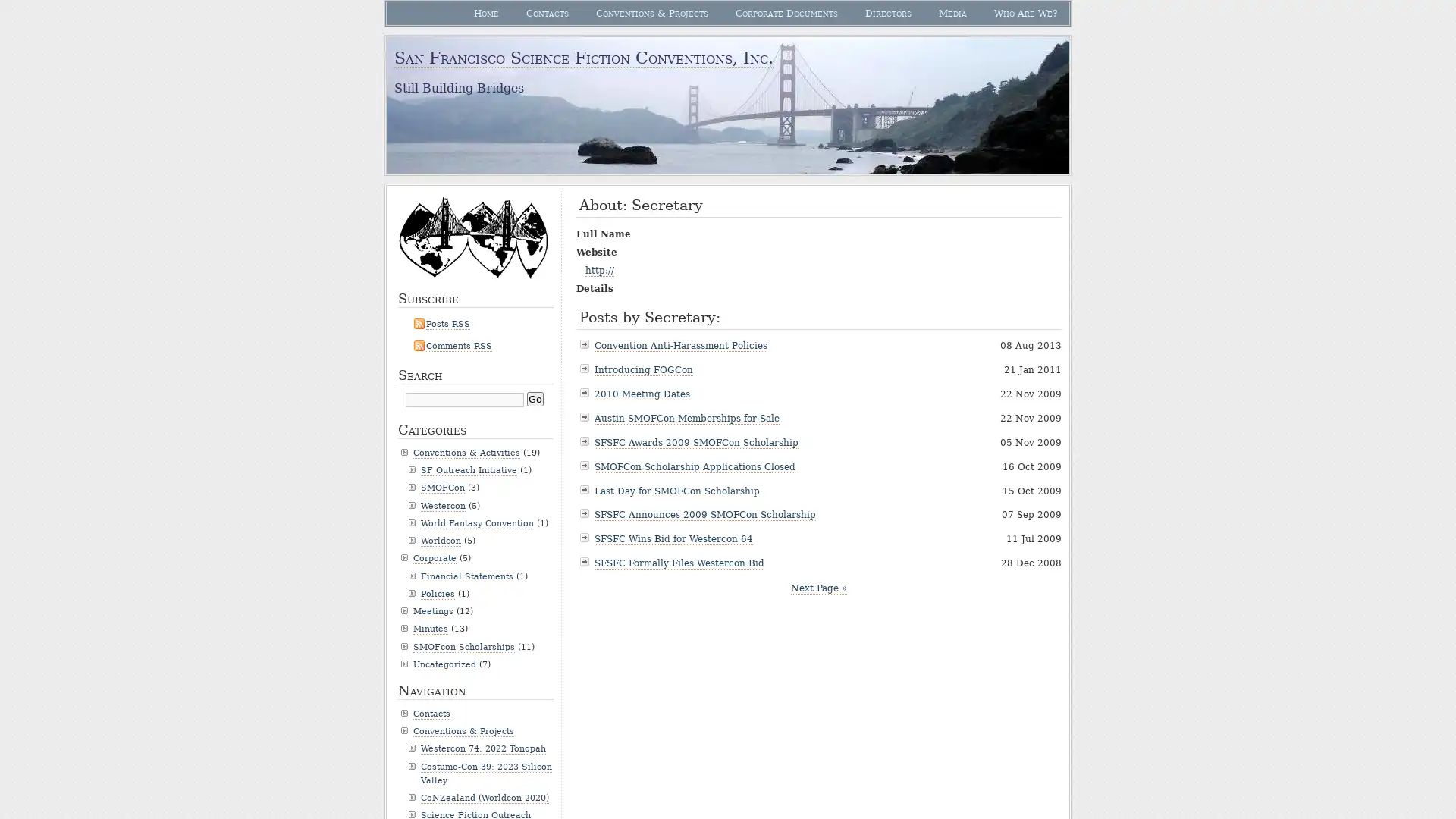 The image size is (1456, 819). I want to click on Go, so click(535, 397).